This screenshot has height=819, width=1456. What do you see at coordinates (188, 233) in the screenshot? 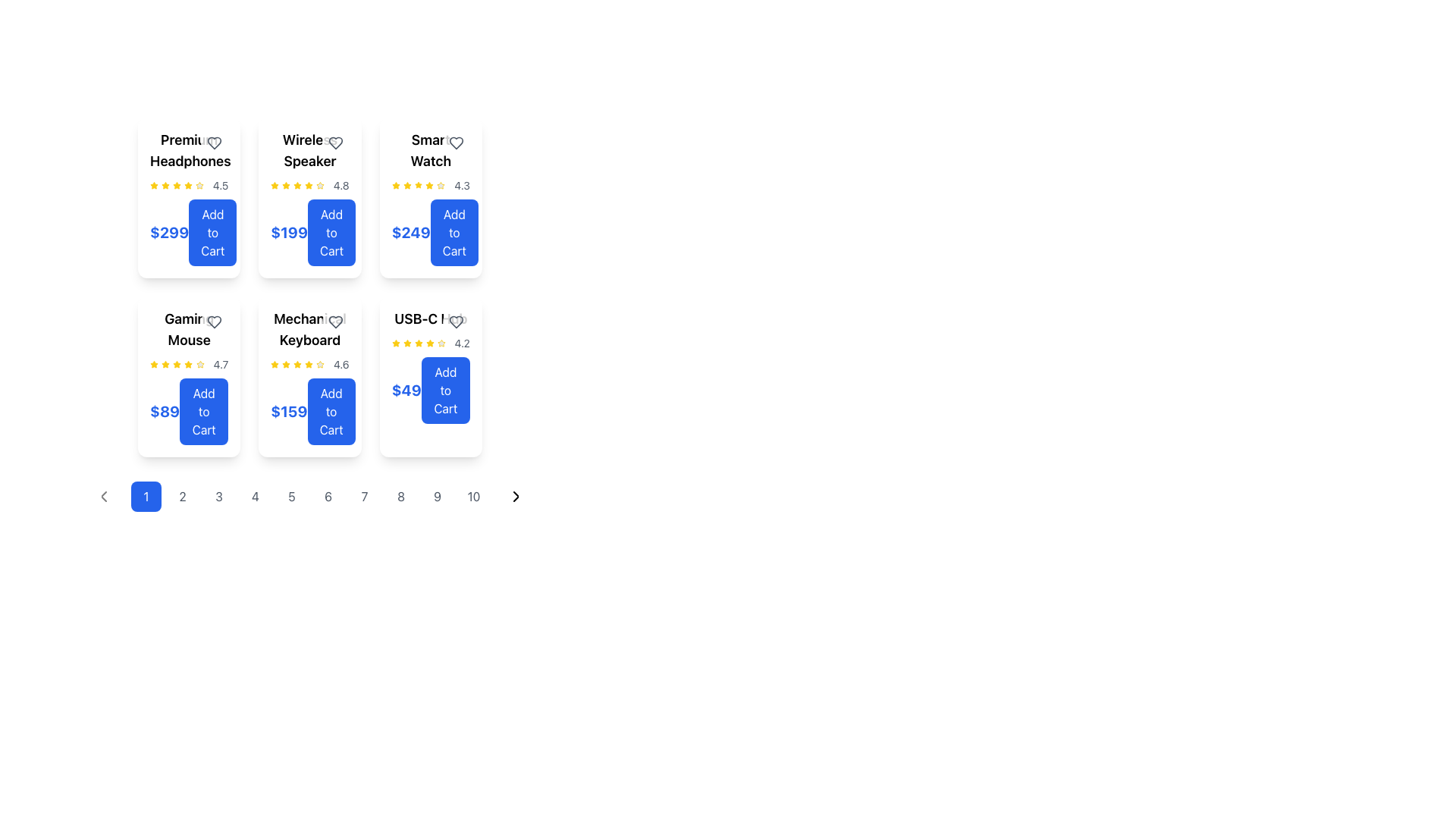
I see `the 'Add to Cart' button in the product information grid below 'Premium Headphones' to change its shade` at bounding box center [188, 233].